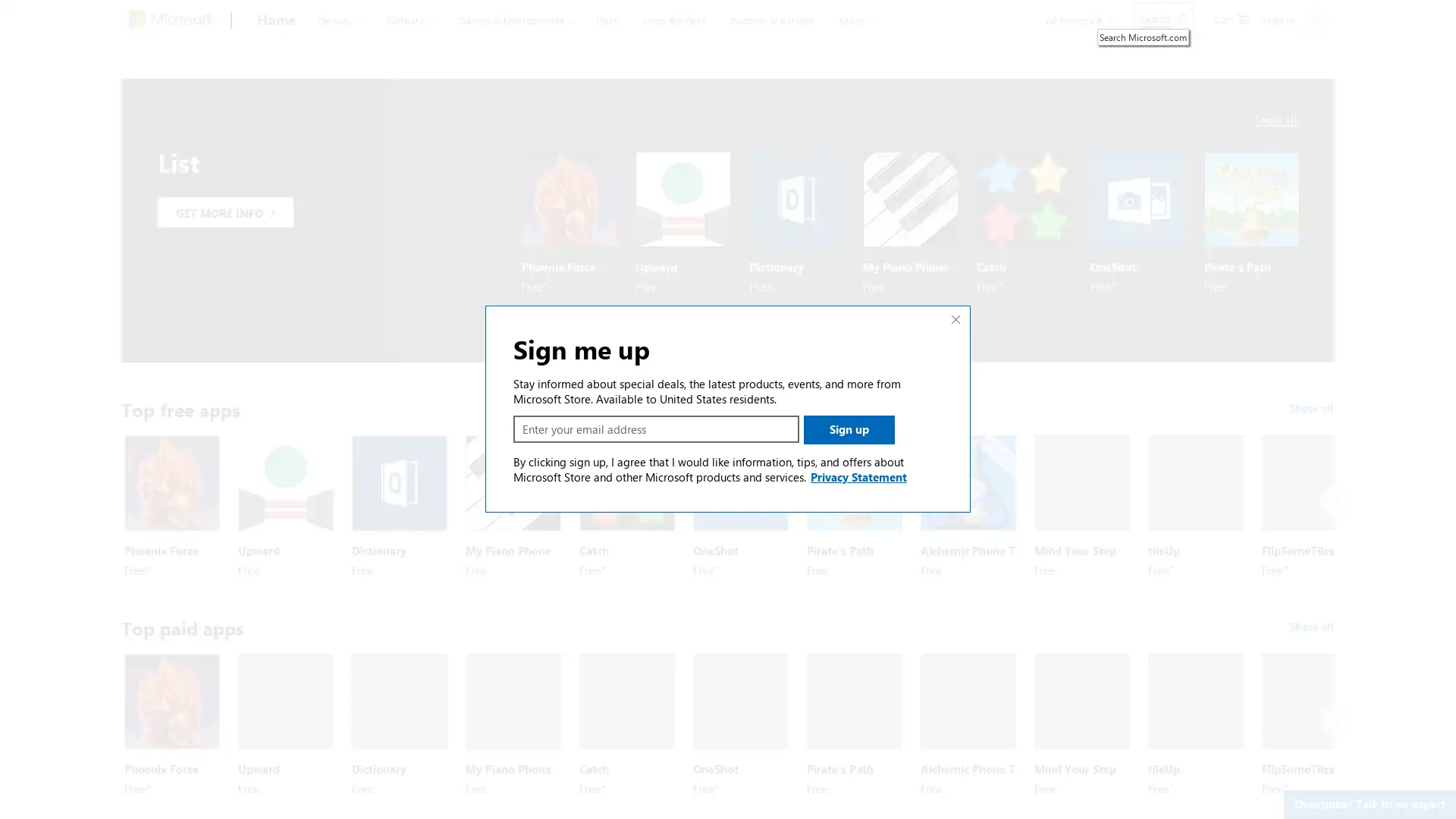  Describe the element at coordinates (848, 430) in the screenshot. I see `Sign up` at that location.